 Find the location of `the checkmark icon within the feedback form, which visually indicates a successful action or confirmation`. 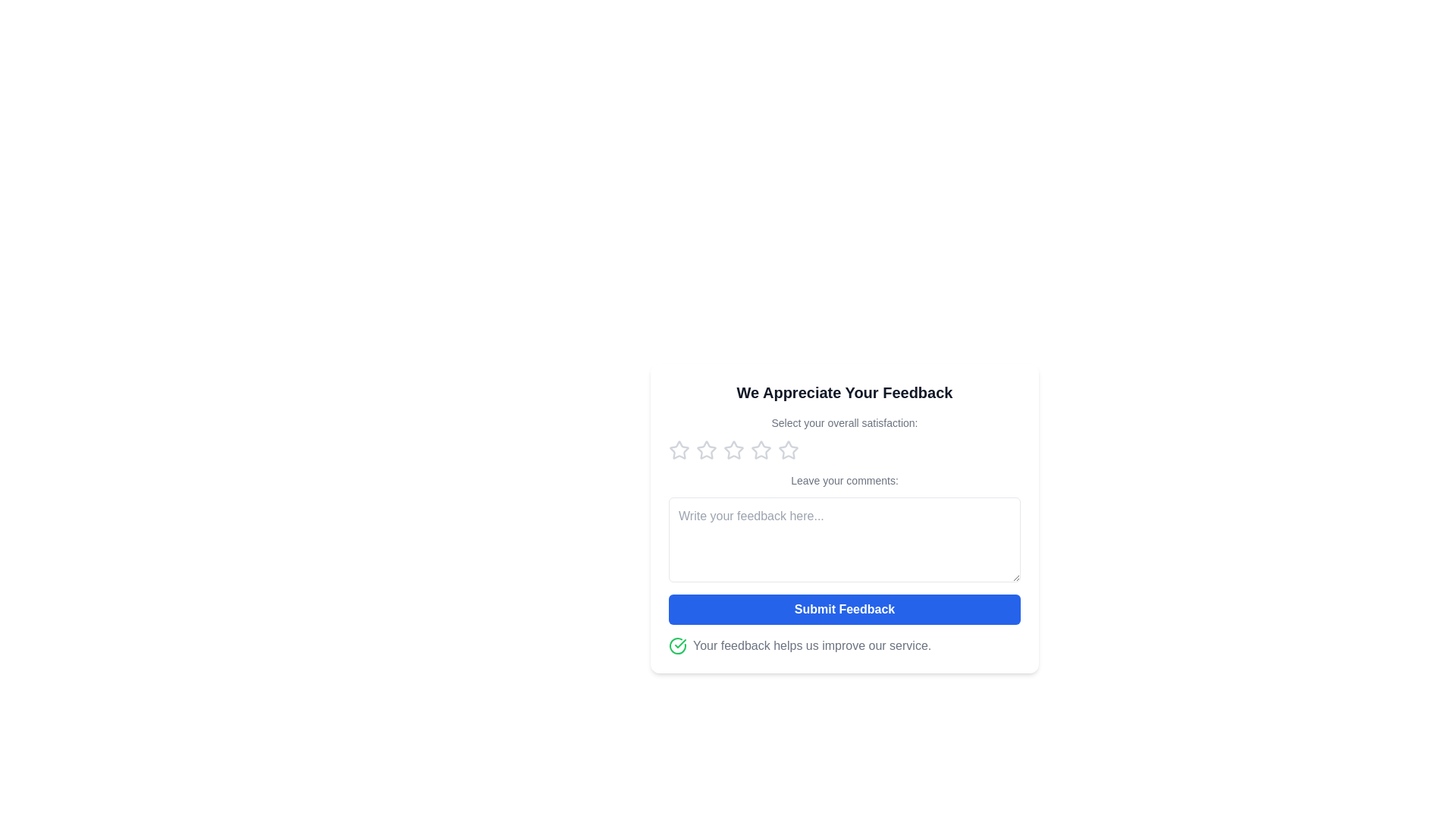

the checkmark icon within the feedback form, which visually indicates a successful action or confirmation is located at coordinates (679, 643).